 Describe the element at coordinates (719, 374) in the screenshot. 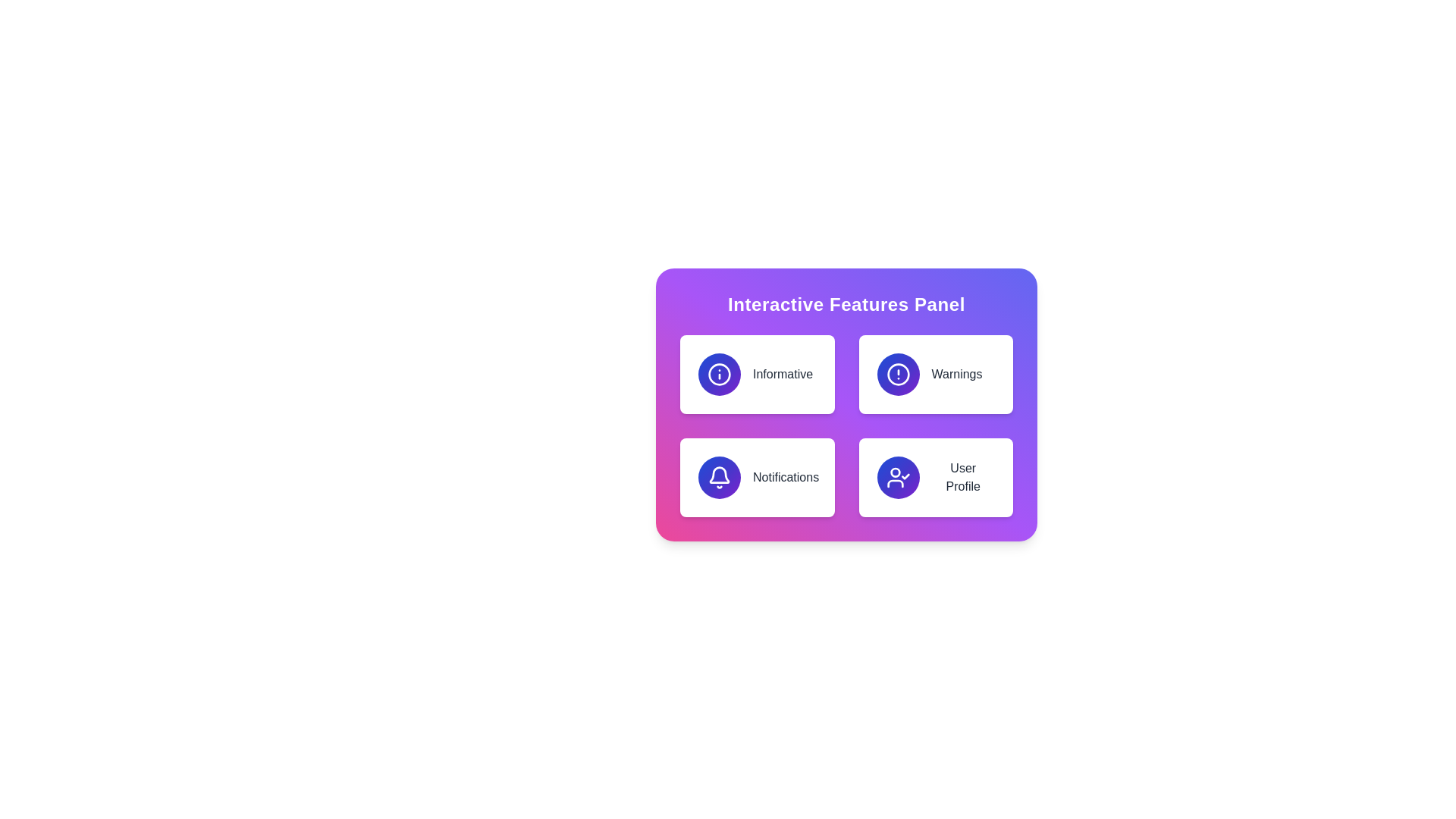

I see `the small circle SVG element that is part of the 'Informative' icon located in the top-left corner of the 'Interactive Features Panel'` at that location.